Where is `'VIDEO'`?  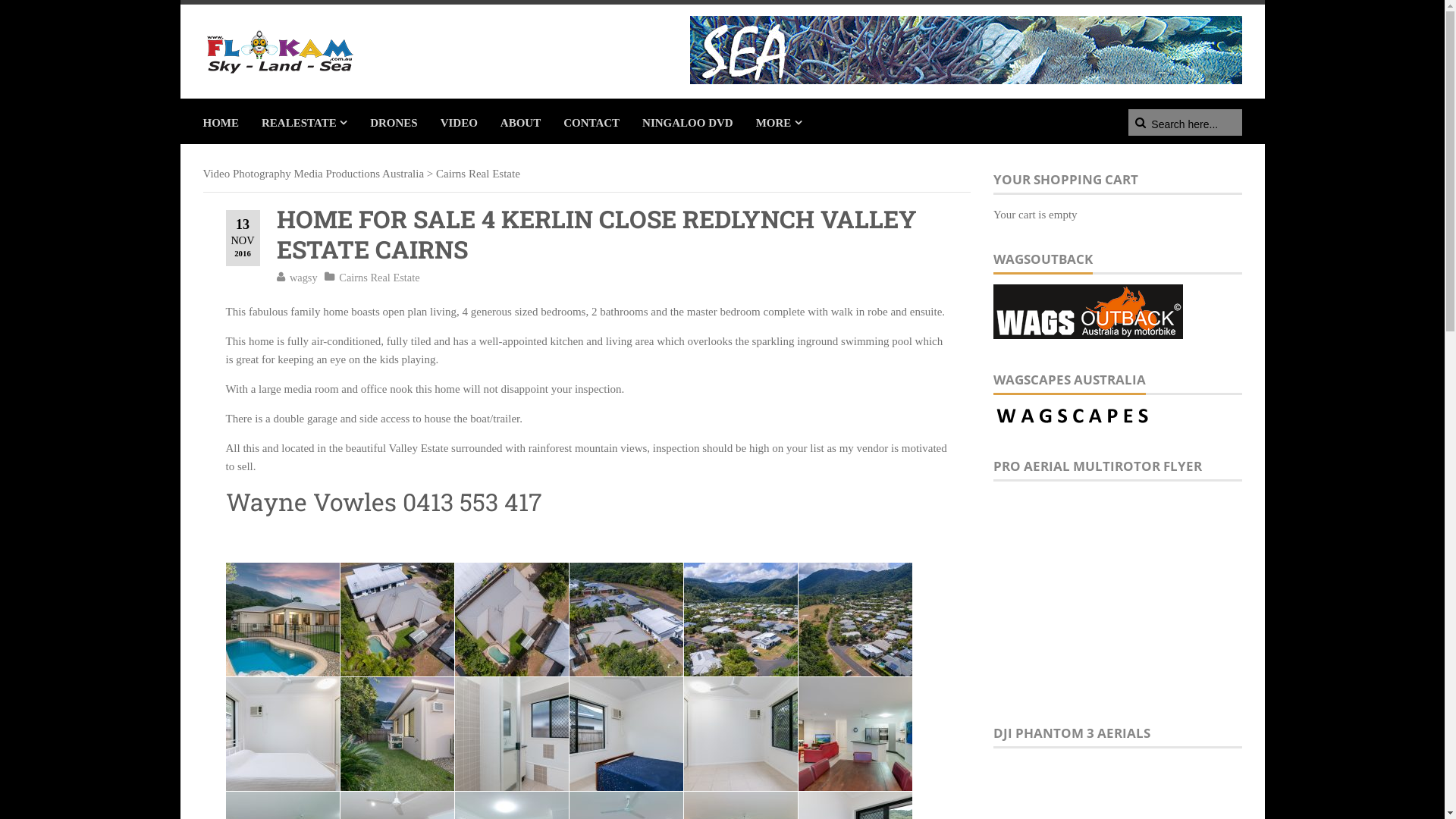
'VIDEO' is located at coordinates (458, 120).